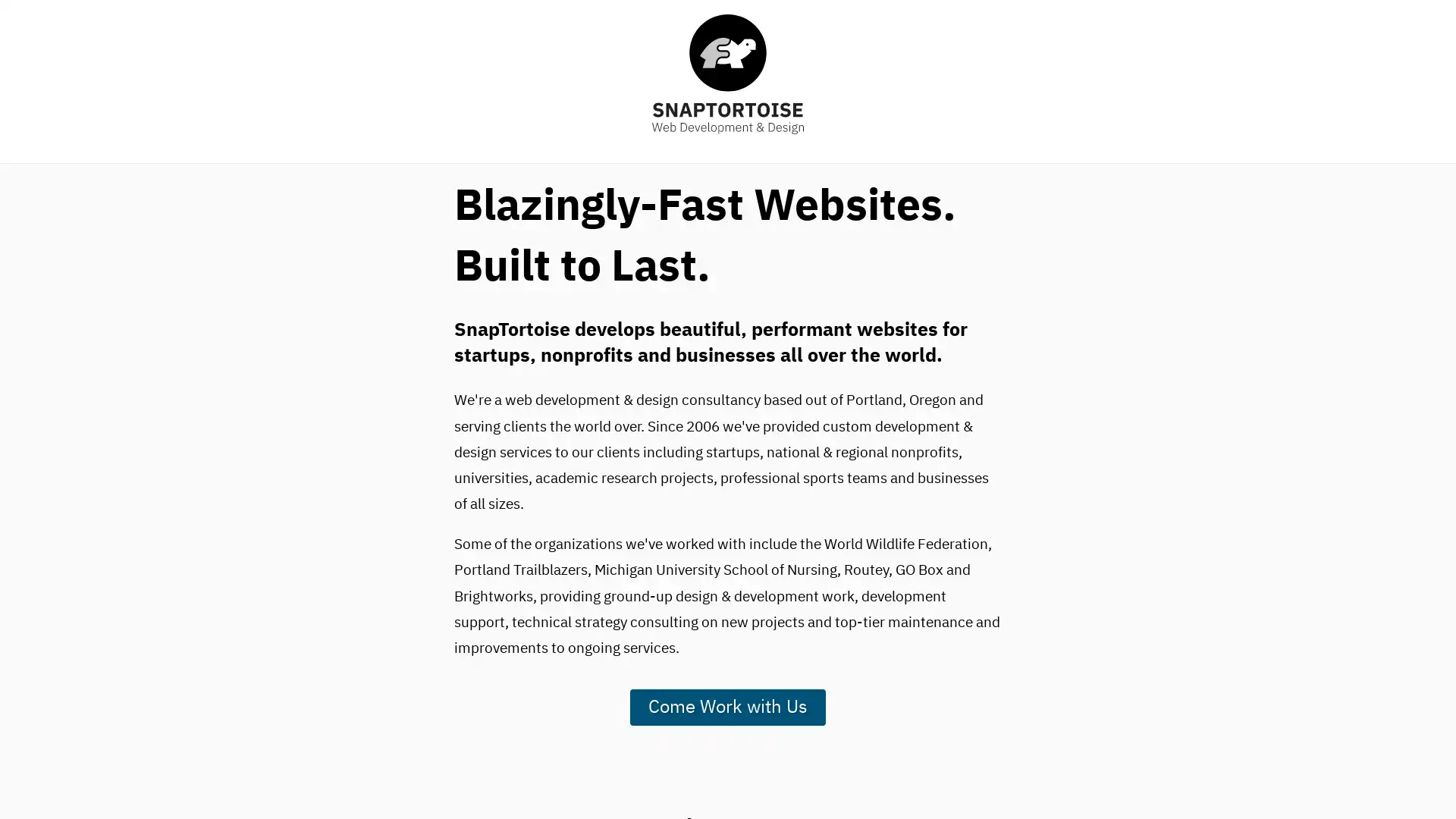  I want to click on Come Work with Us, so click(726, 707).